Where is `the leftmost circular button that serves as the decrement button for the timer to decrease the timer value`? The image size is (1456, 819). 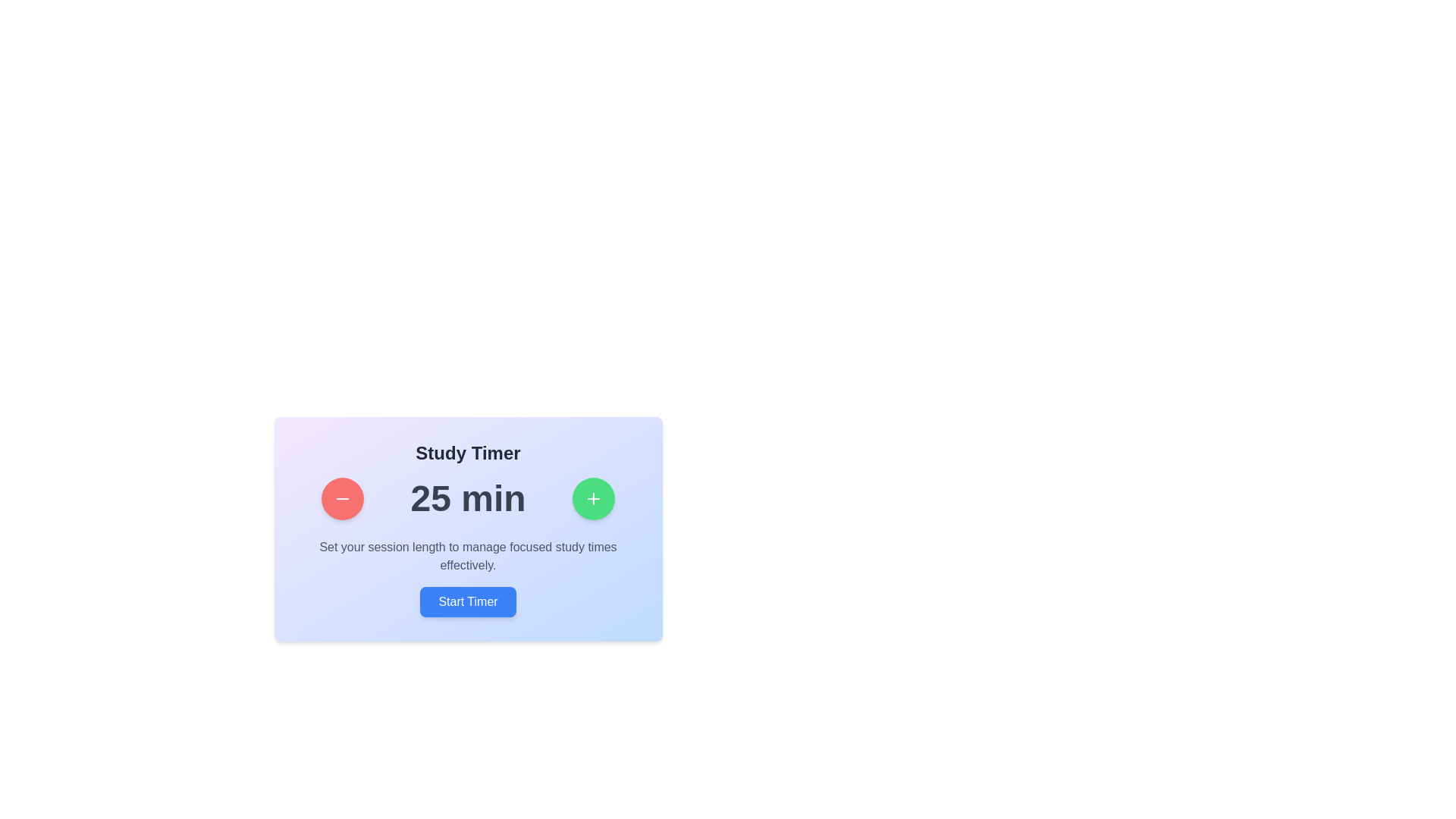
the leftmost circular button that serves as the decrement button for the timer to decrease the timer value is located at coordinates (342, 499).